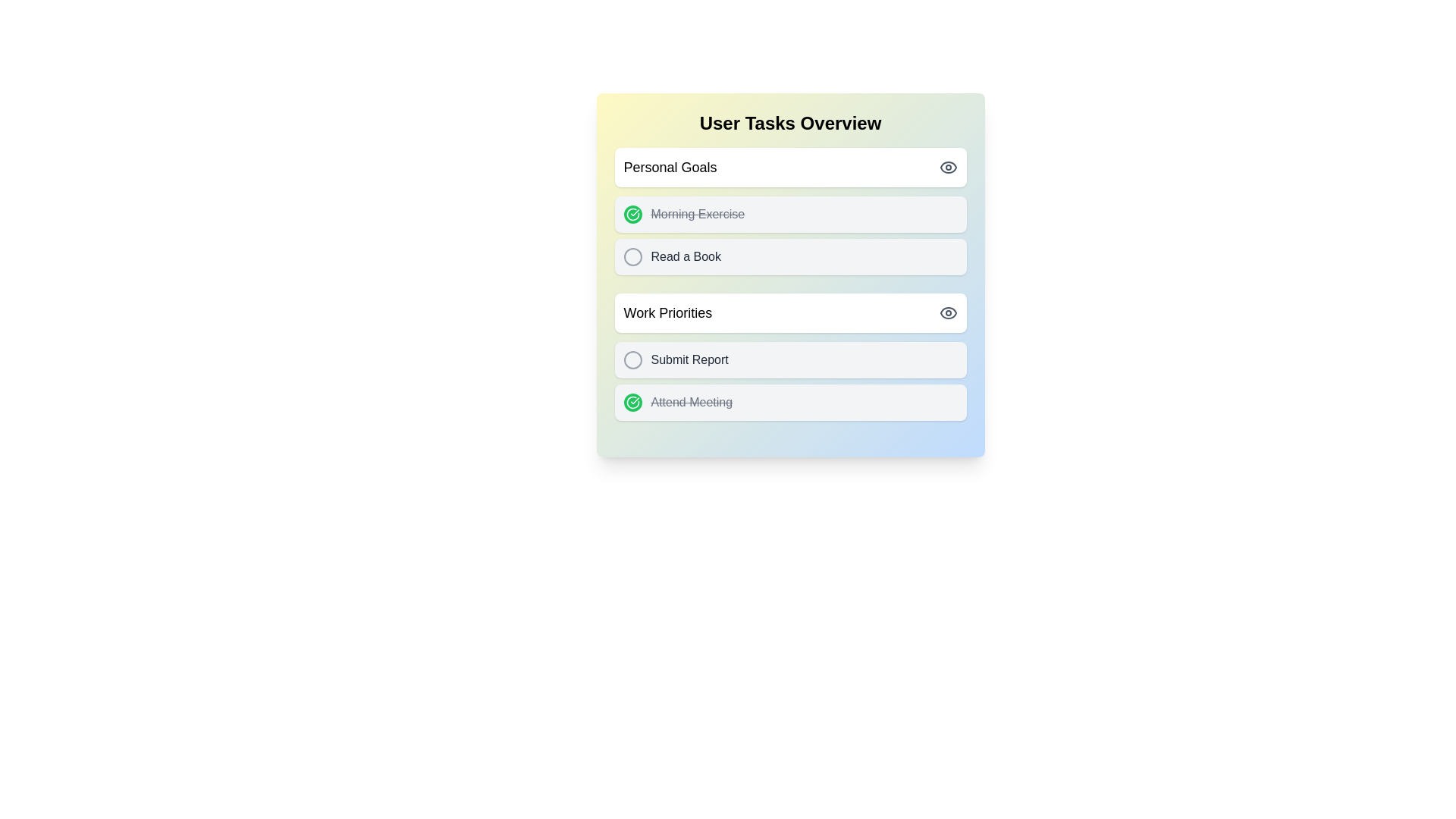 The image size is (1456, 819). I want to click on the Icon button that marks the 'Attend Meeting' task as completed or active, located in the top-left corner of the 'Attend Meeting' task item under 'Work Priorities', so click(632, 402).